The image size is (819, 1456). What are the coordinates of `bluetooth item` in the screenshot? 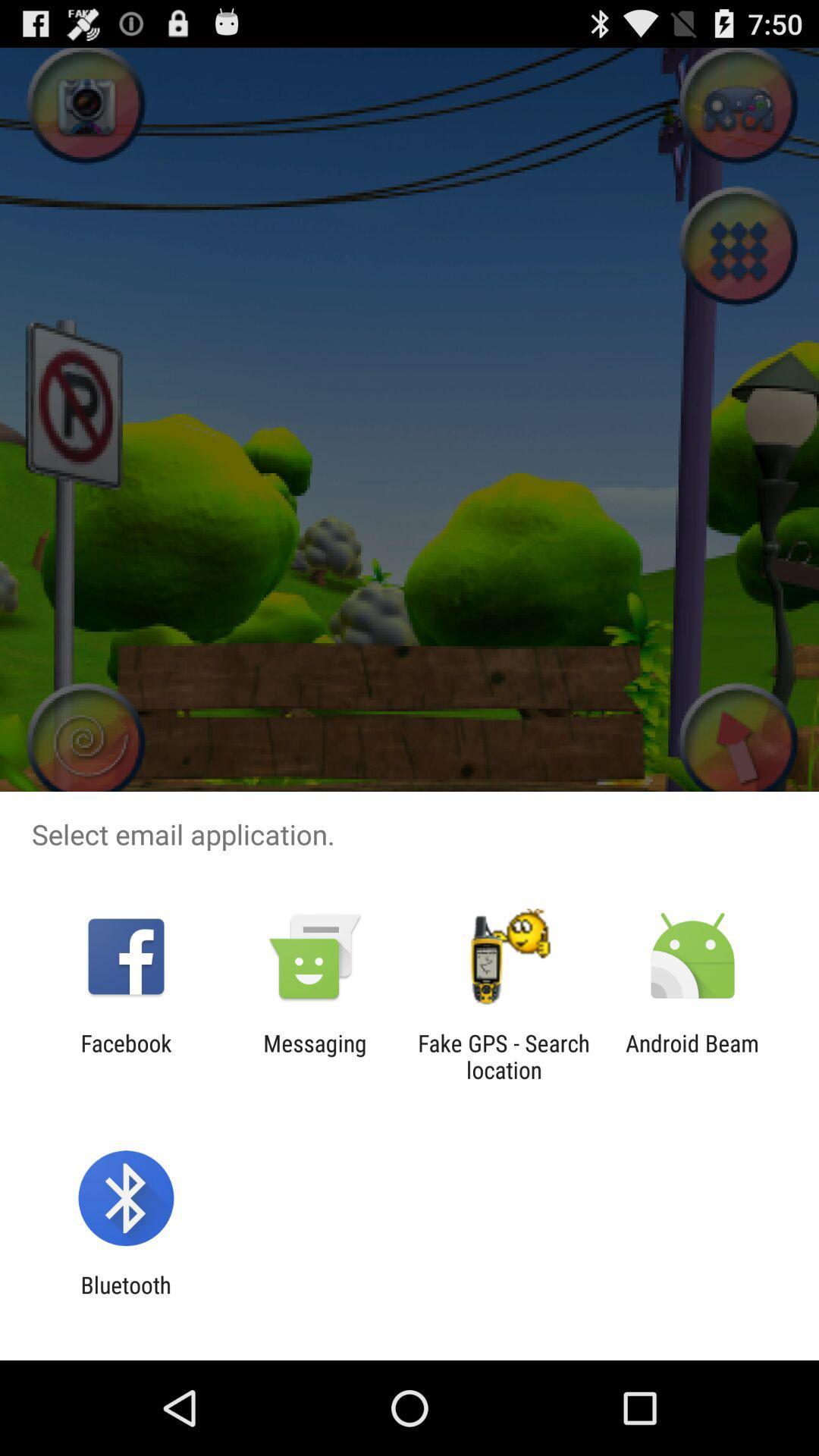 It's located at (125, 1298).